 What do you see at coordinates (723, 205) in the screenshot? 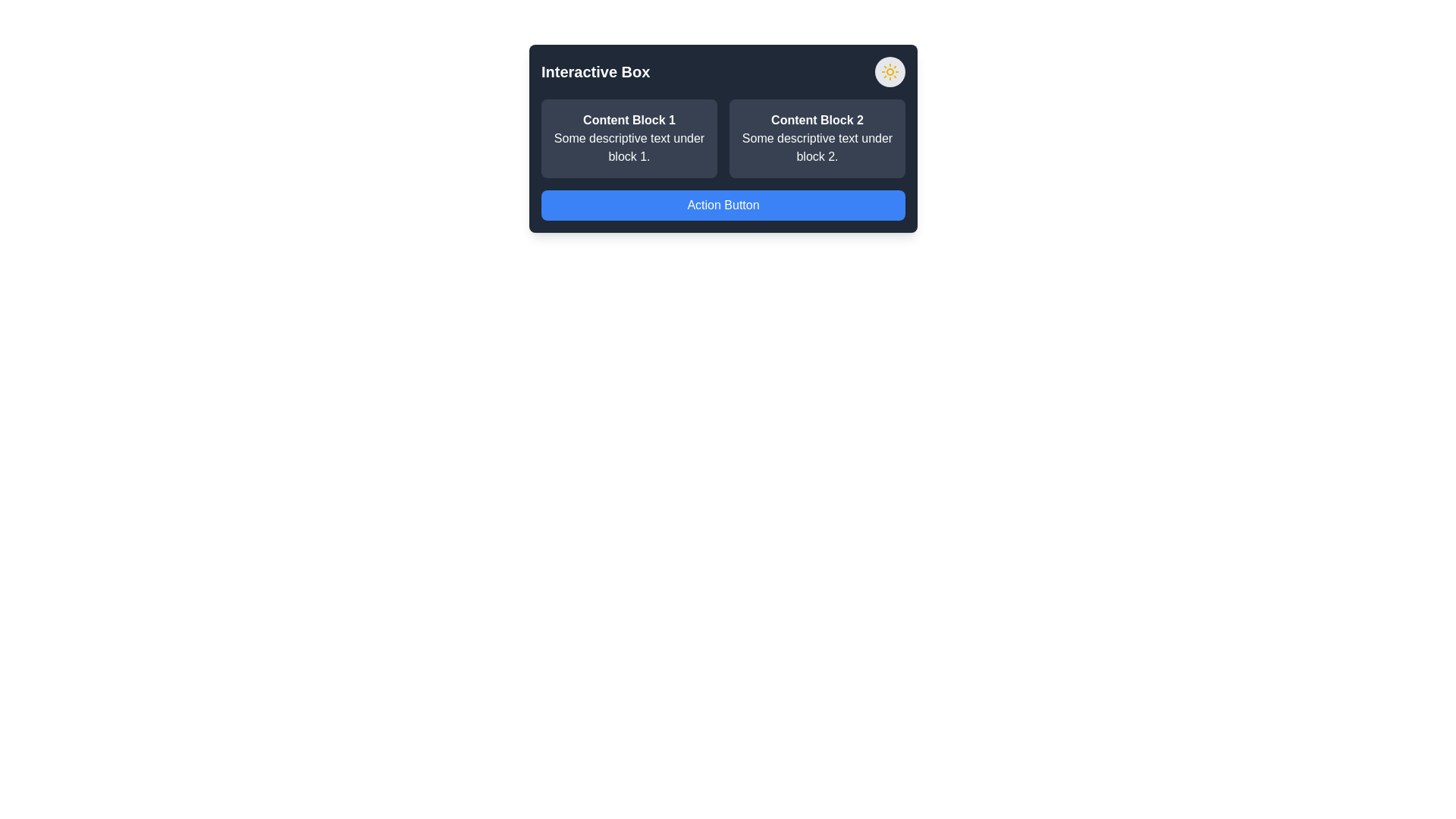
I see `the 'Action Button' with a blue background and white text located below 'Content Block 1' and 'Content Block 2' in the 'Interactive Box' to change its background color` at bounding box center [723, 205].